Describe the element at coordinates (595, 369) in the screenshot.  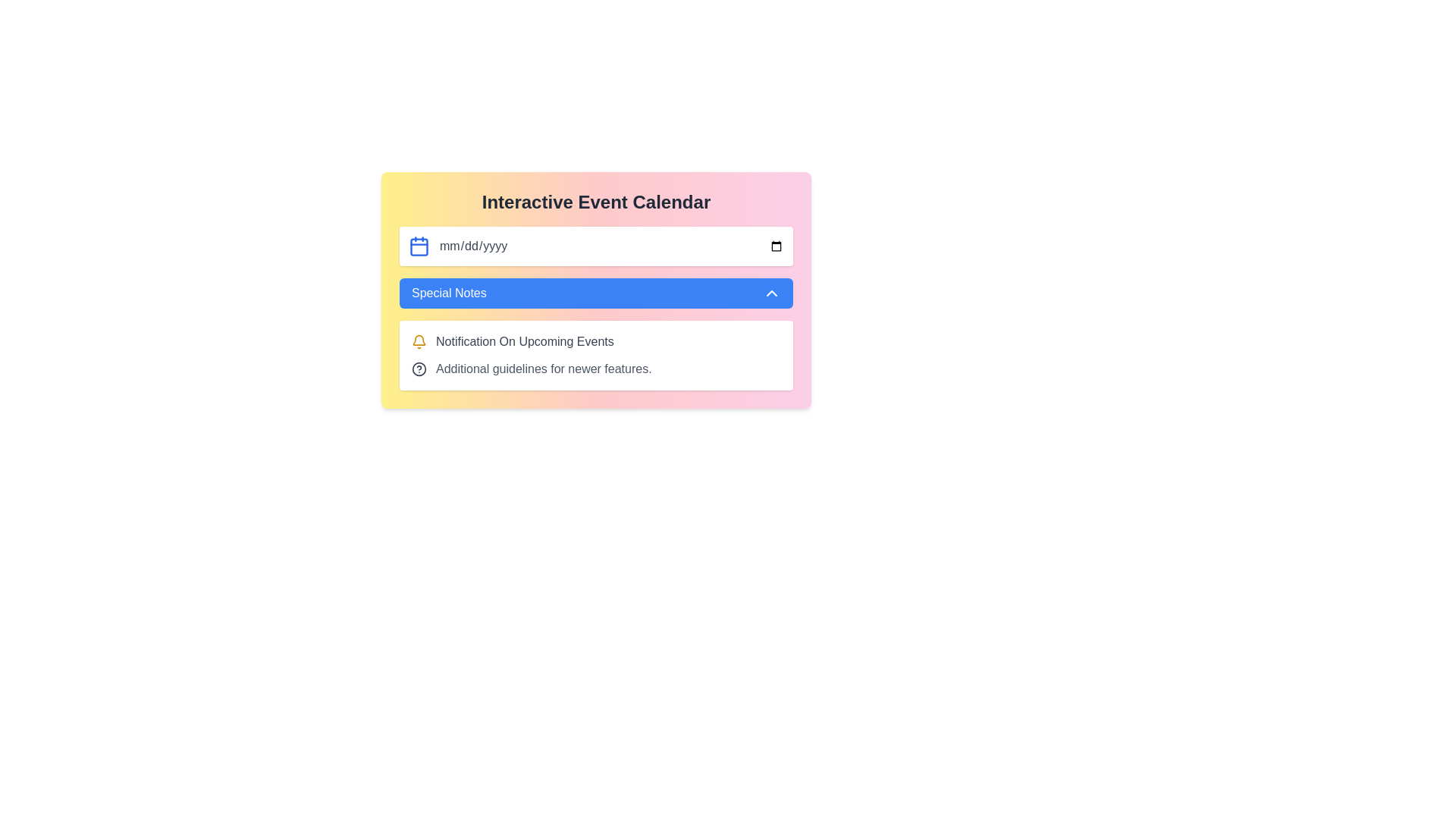
I see `the Label with Icon that contains the text 'Additional guidelines for newer features.' and a question mark icon, located in the notification section below 'Notification On Upcoming Events.'` at that location.